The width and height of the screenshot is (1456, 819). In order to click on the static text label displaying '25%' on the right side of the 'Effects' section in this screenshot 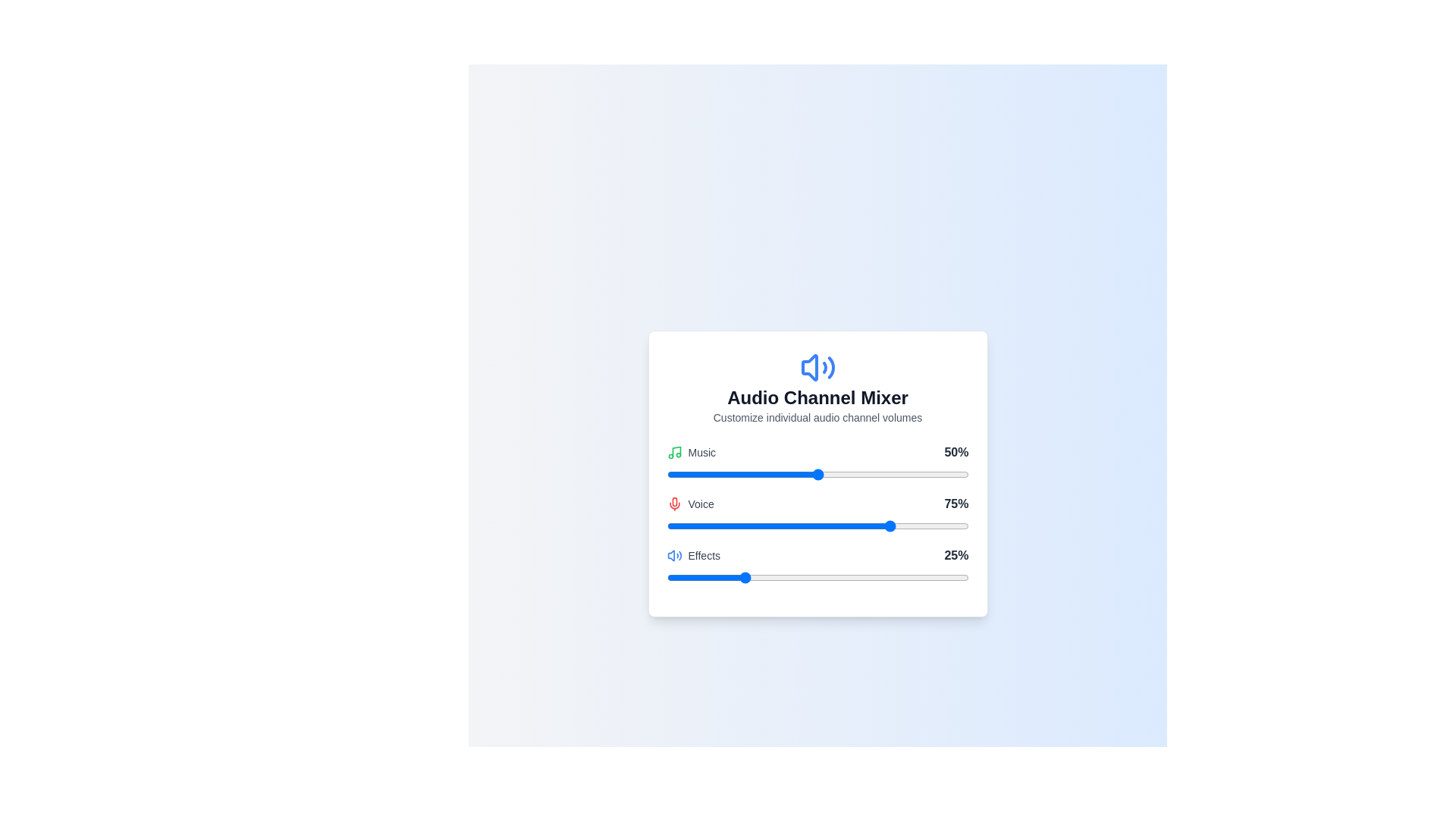, I will do `click(955, 555)`.